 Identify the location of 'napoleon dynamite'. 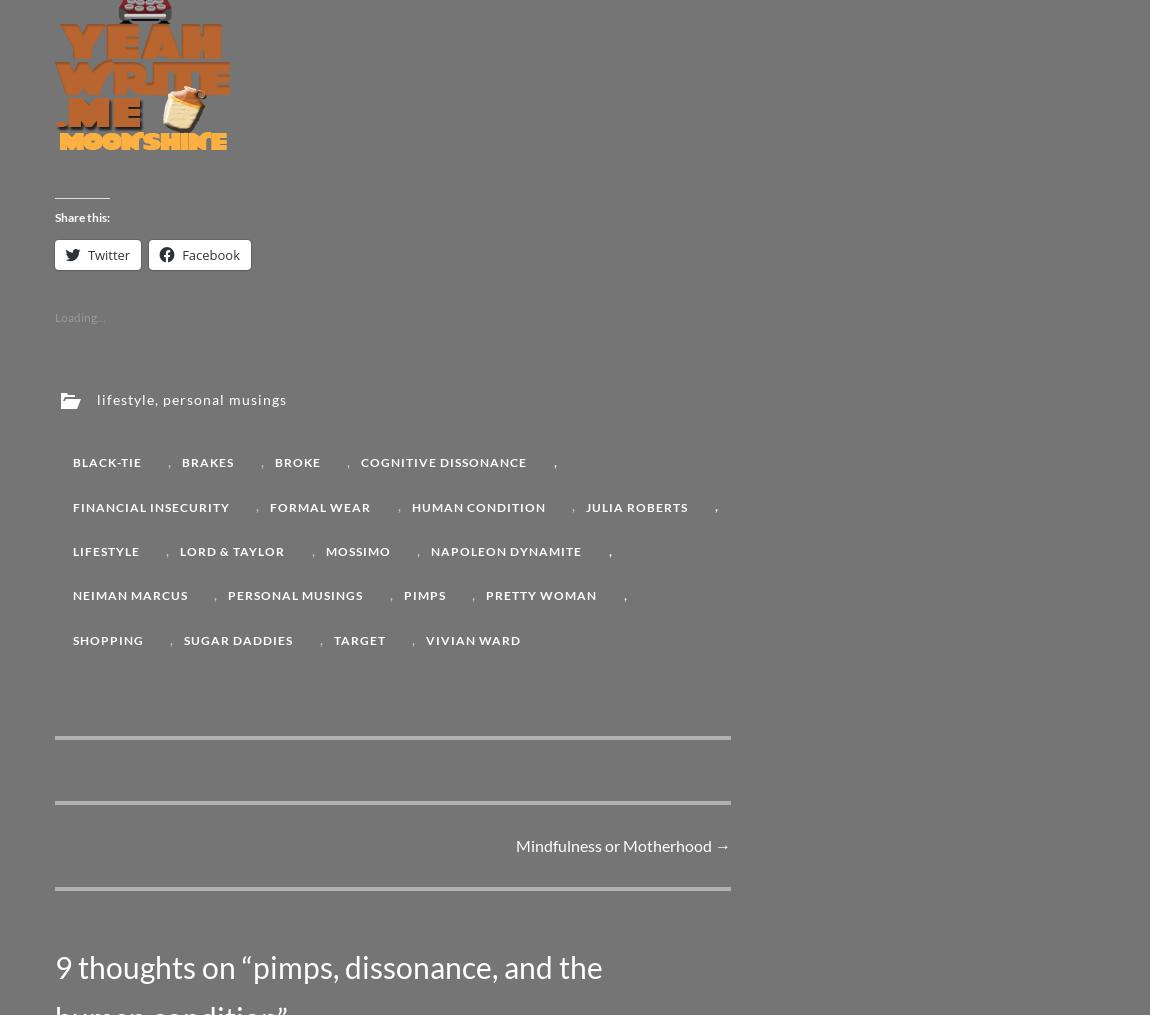
(506, 550).